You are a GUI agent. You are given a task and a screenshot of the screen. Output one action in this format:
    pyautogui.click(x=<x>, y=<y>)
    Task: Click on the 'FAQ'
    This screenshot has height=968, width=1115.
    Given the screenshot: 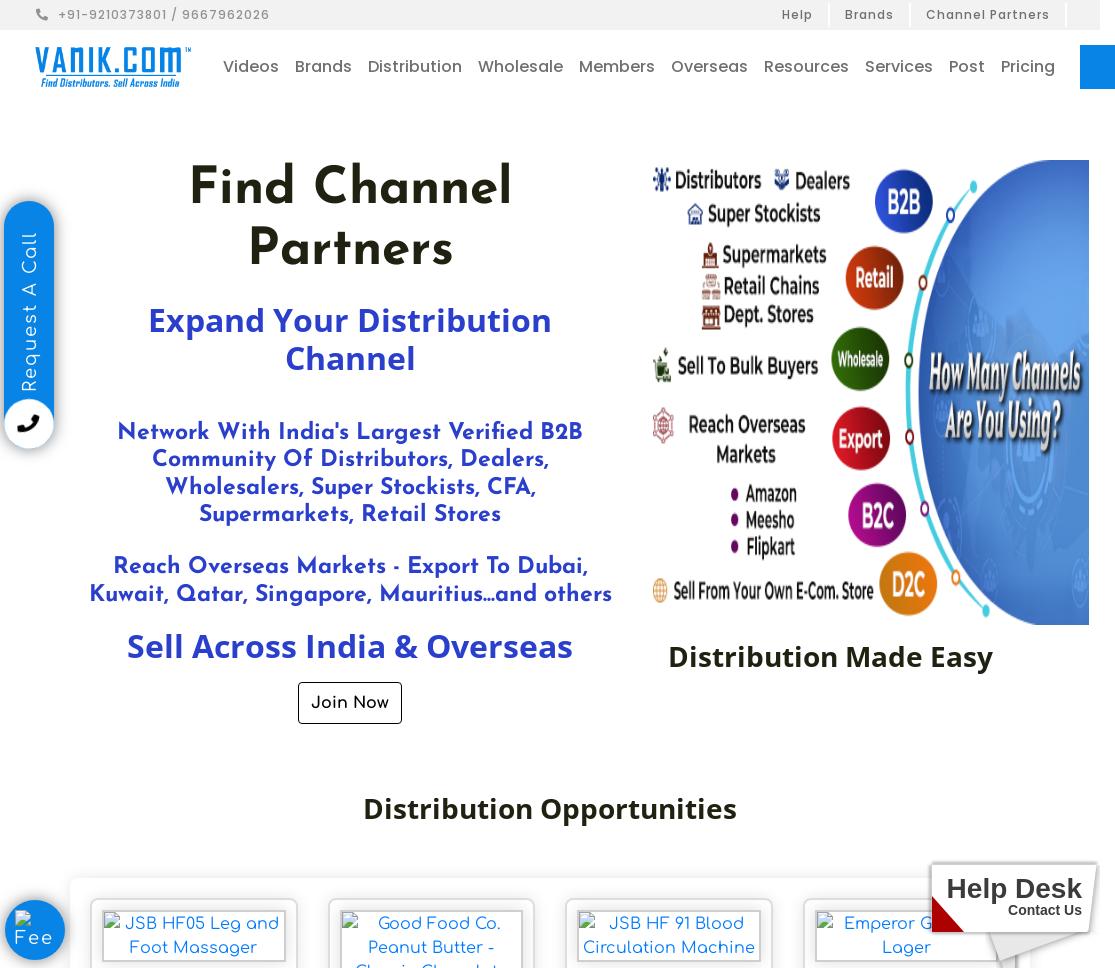 What is the action you would take?
    pyautogui.click(x=917, y=174)
    